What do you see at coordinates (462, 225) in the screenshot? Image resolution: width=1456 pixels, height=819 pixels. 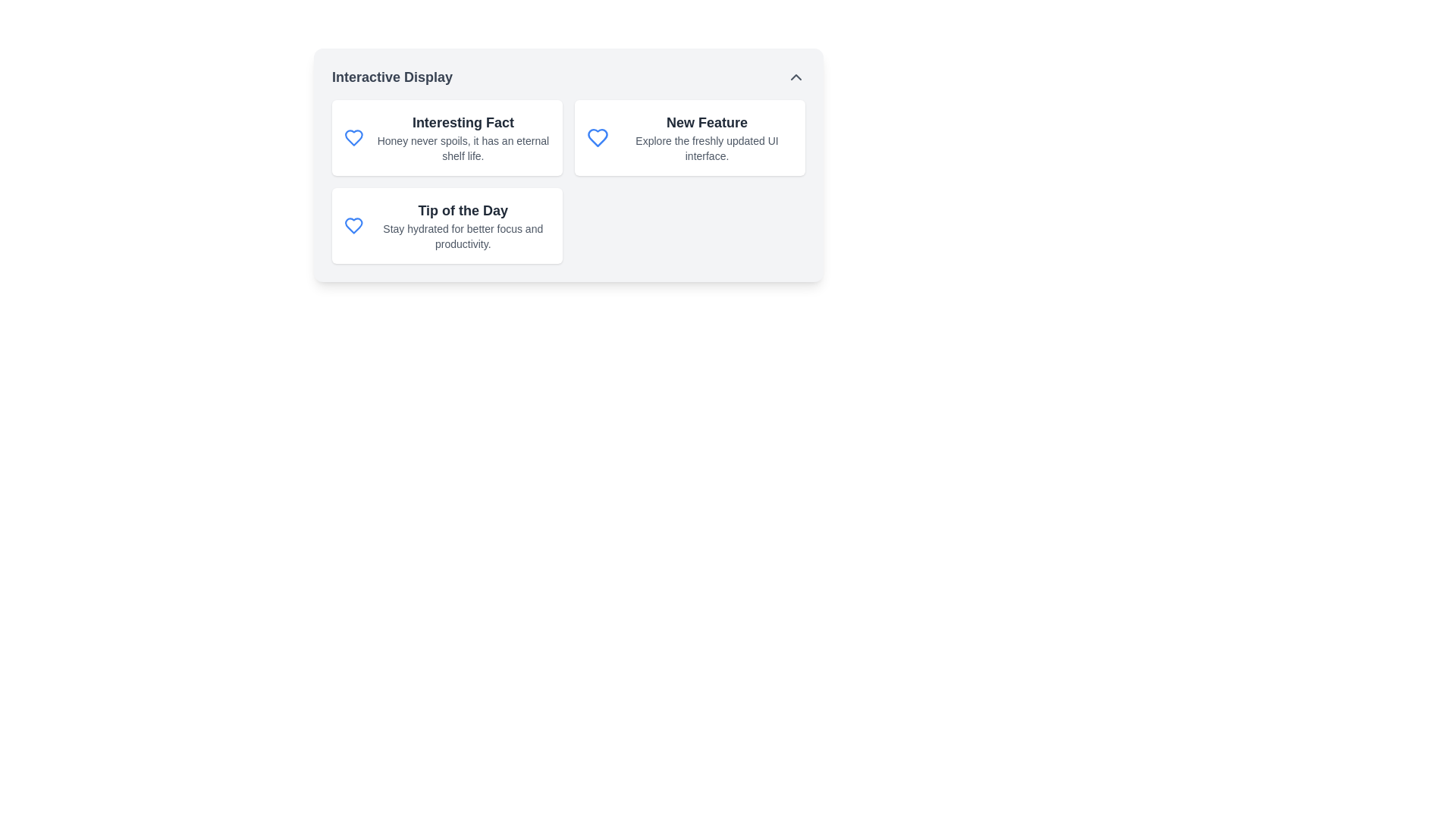 I see `the text display component titled 'Tip of the Day', which includes the description 'Stay hydrated for better focus and productivity.'` at bounding box center [462, 225].